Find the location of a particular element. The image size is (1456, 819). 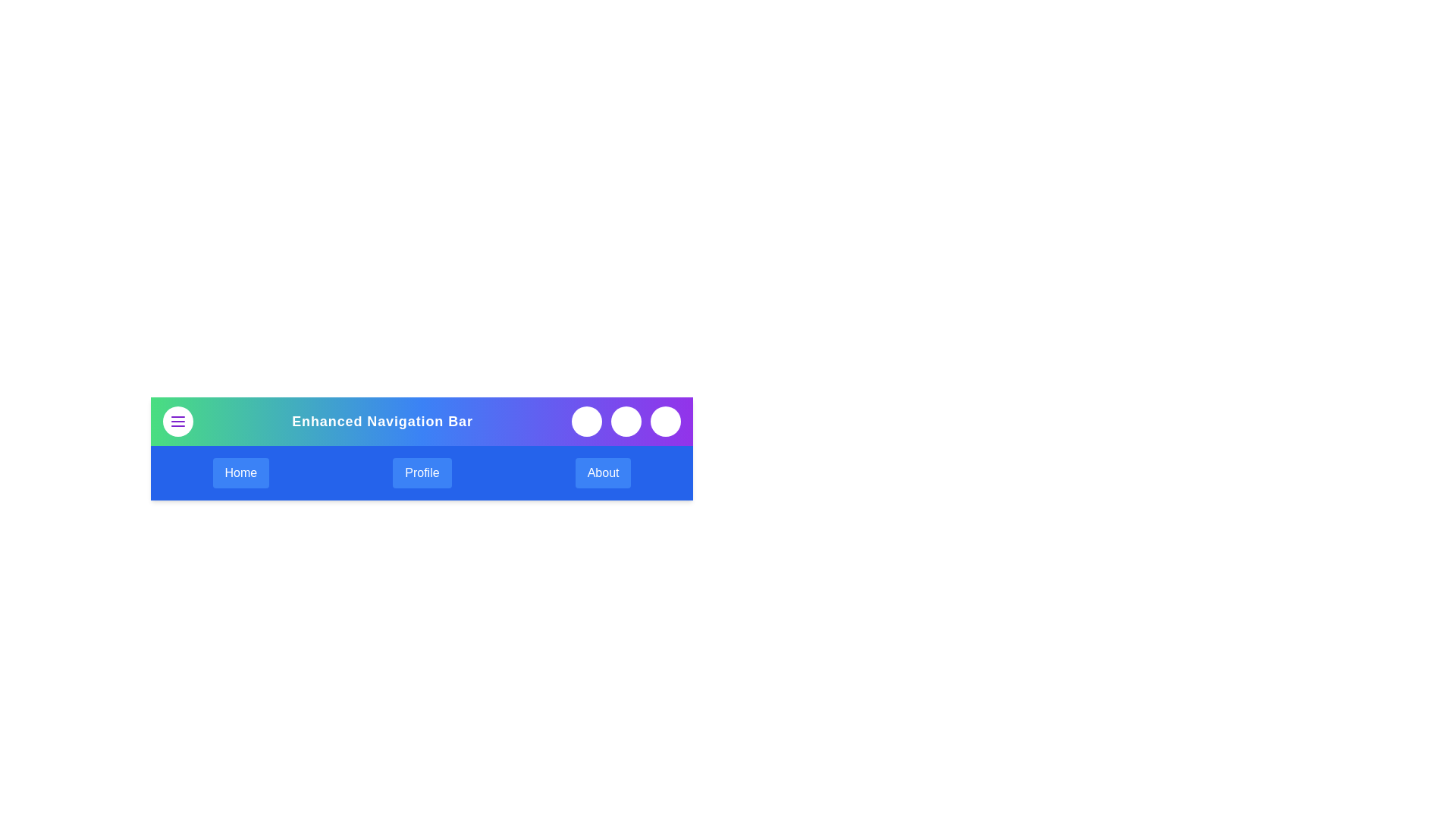

the button labeled Home to observe its hover effect is located at coordinates (240, 472).